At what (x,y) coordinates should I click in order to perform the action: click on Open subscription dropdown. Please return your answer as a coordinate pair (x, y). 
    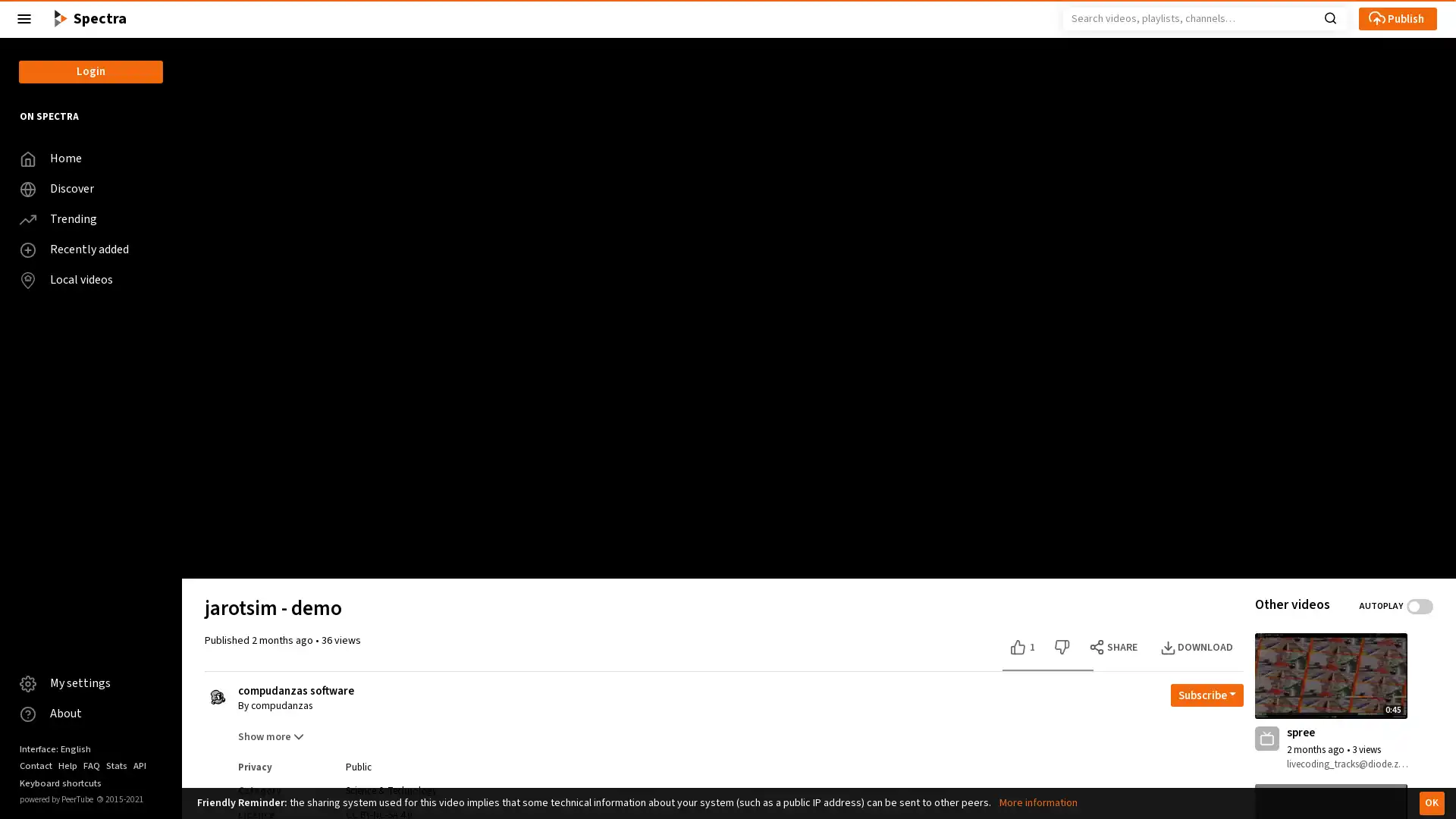
    Looking at the image, I should click on (1207, 694).